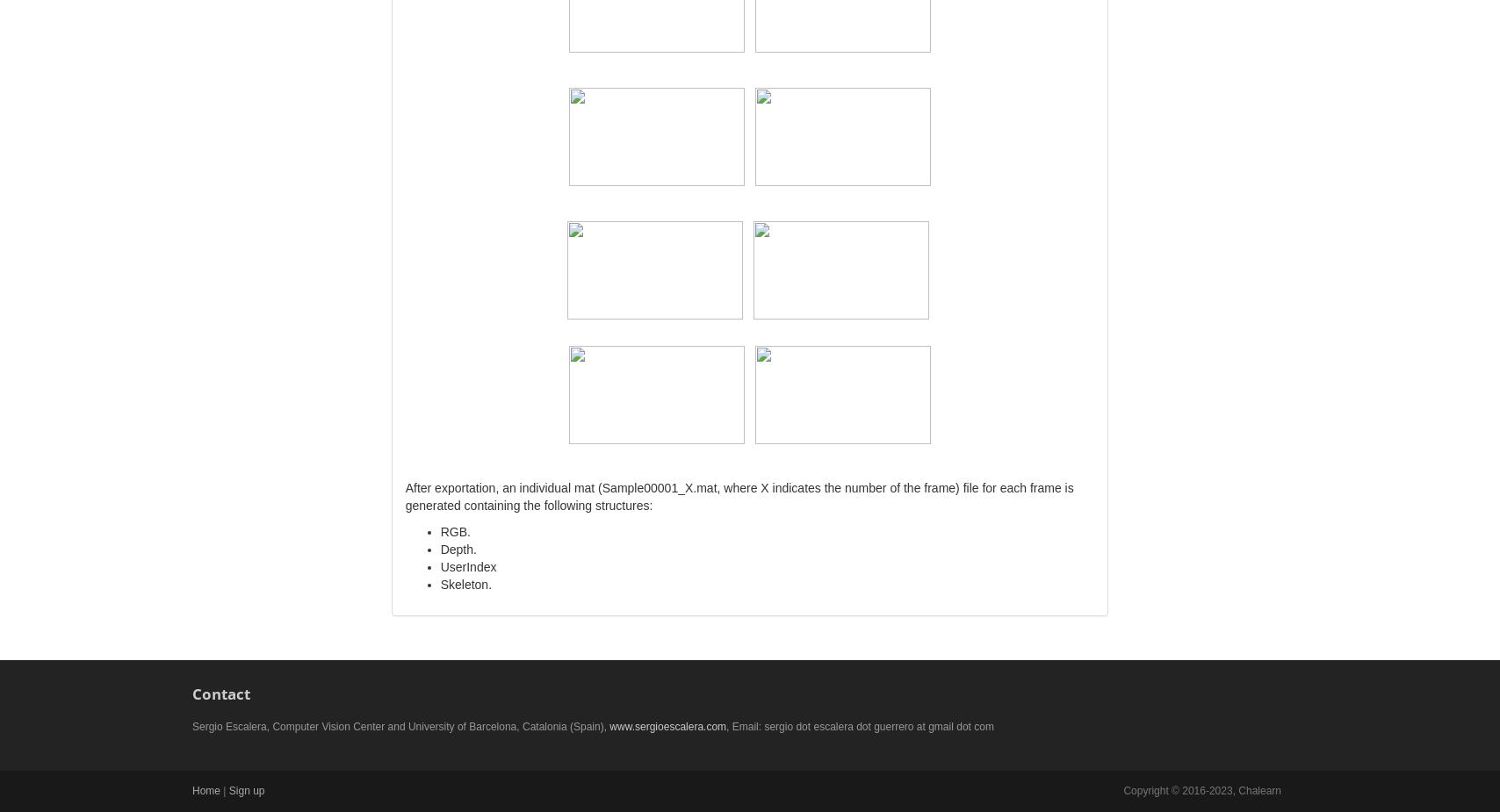 This screenshot has width=1500, height=812. I want to click on 'Sergio Escalera, Computer Vision Center and University of Barcelona, Catalonia (Spain),', so click(400, 726).